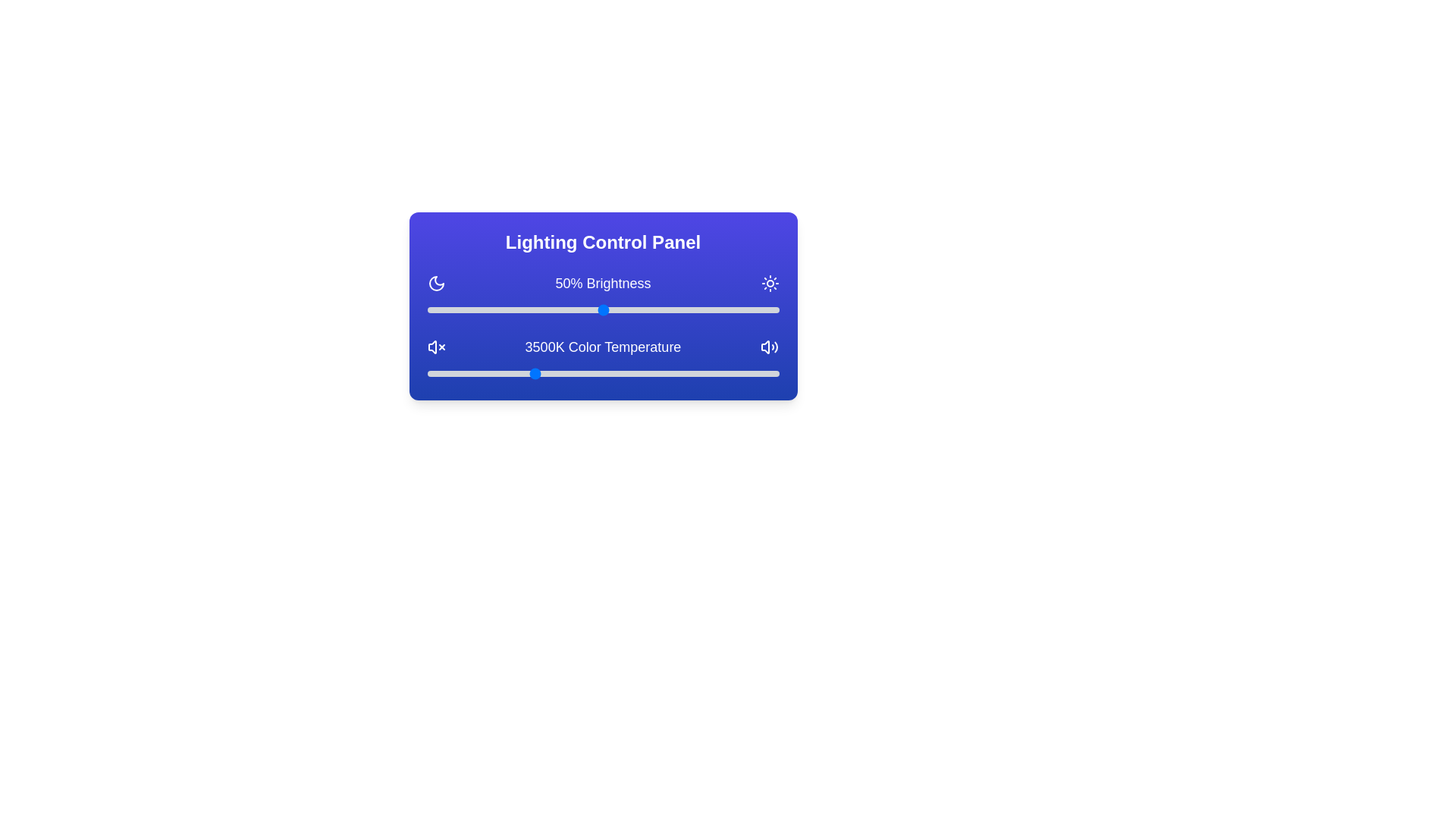 This screenshot has height=819, width=1456. What do you see at coordinates (764, 374) in the screenshot?
I see `the color temperature slider to 6793 K` at bounding box center [764, 374].